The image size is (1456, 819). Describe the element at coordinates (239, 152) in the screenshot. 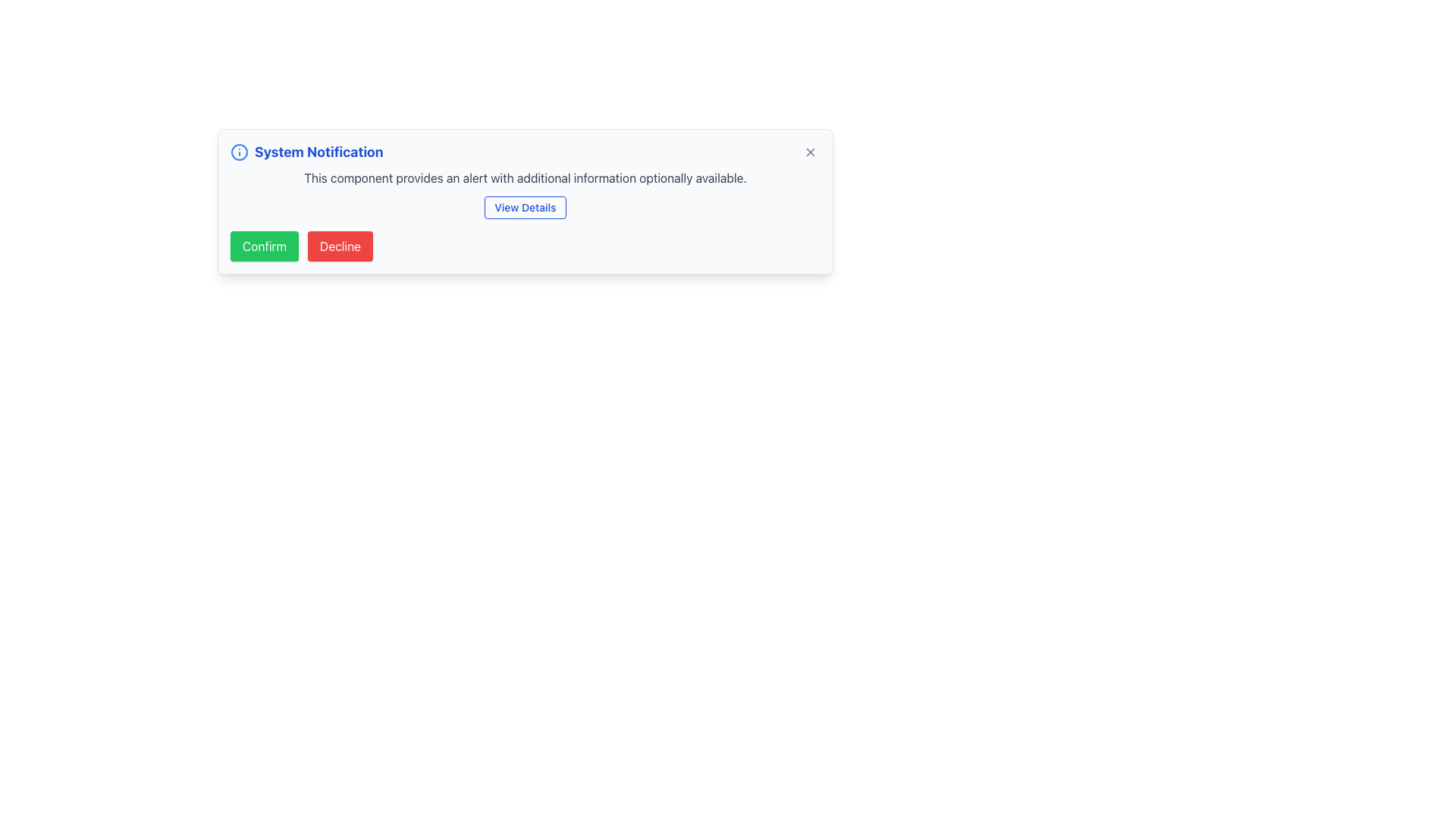

I see `the non-interactive circular icon with a blue outline and white center, located at the top left of the 'System Notification' card header` at that location.